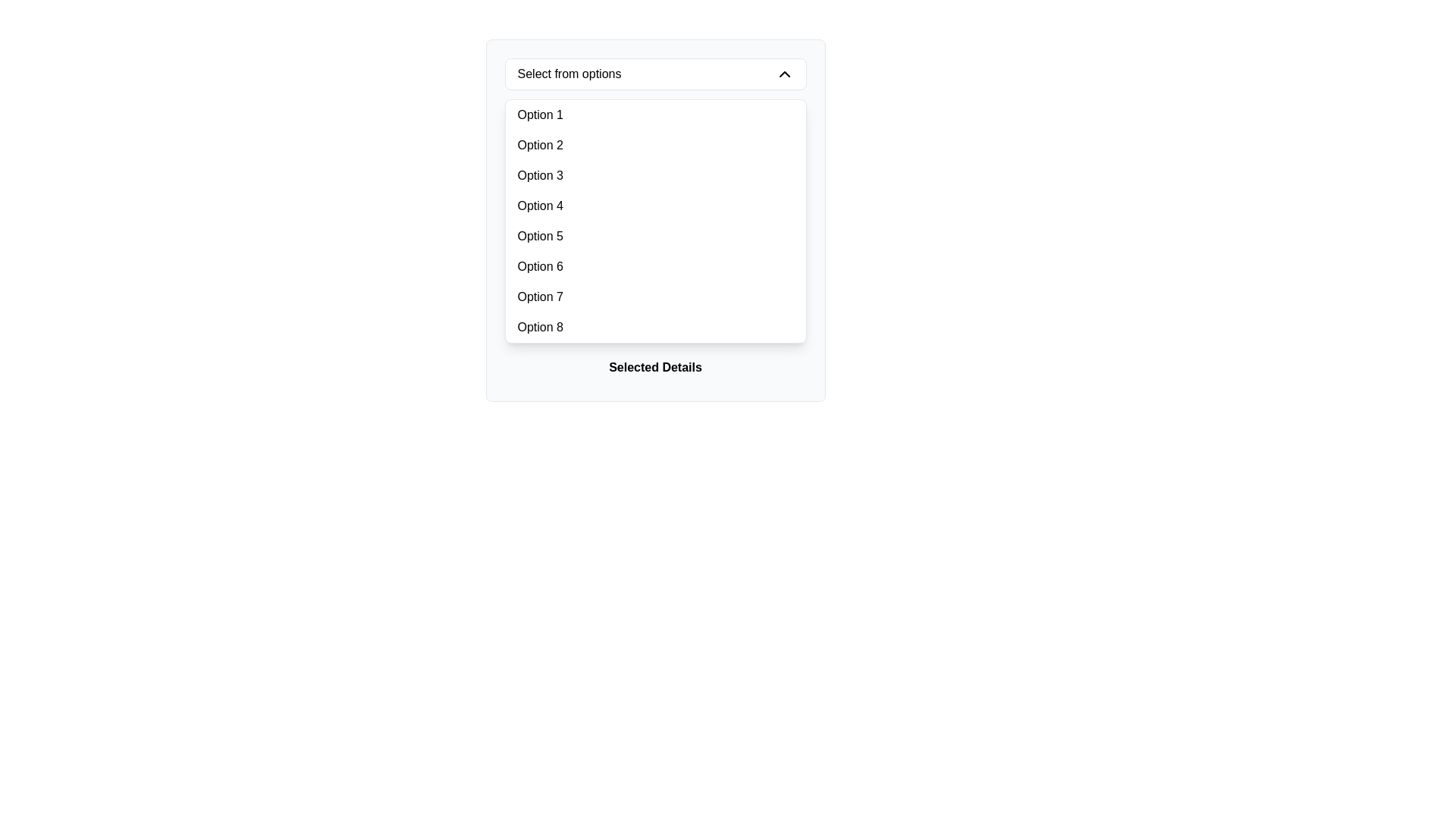 The height and width of the screenshot is (819, 1456). Describe the element at coordinates (655, 297) in the screenshot. I see `the seventh item in the dropdown menu, located between 'Option 6' and 'Option 8'` at that location.